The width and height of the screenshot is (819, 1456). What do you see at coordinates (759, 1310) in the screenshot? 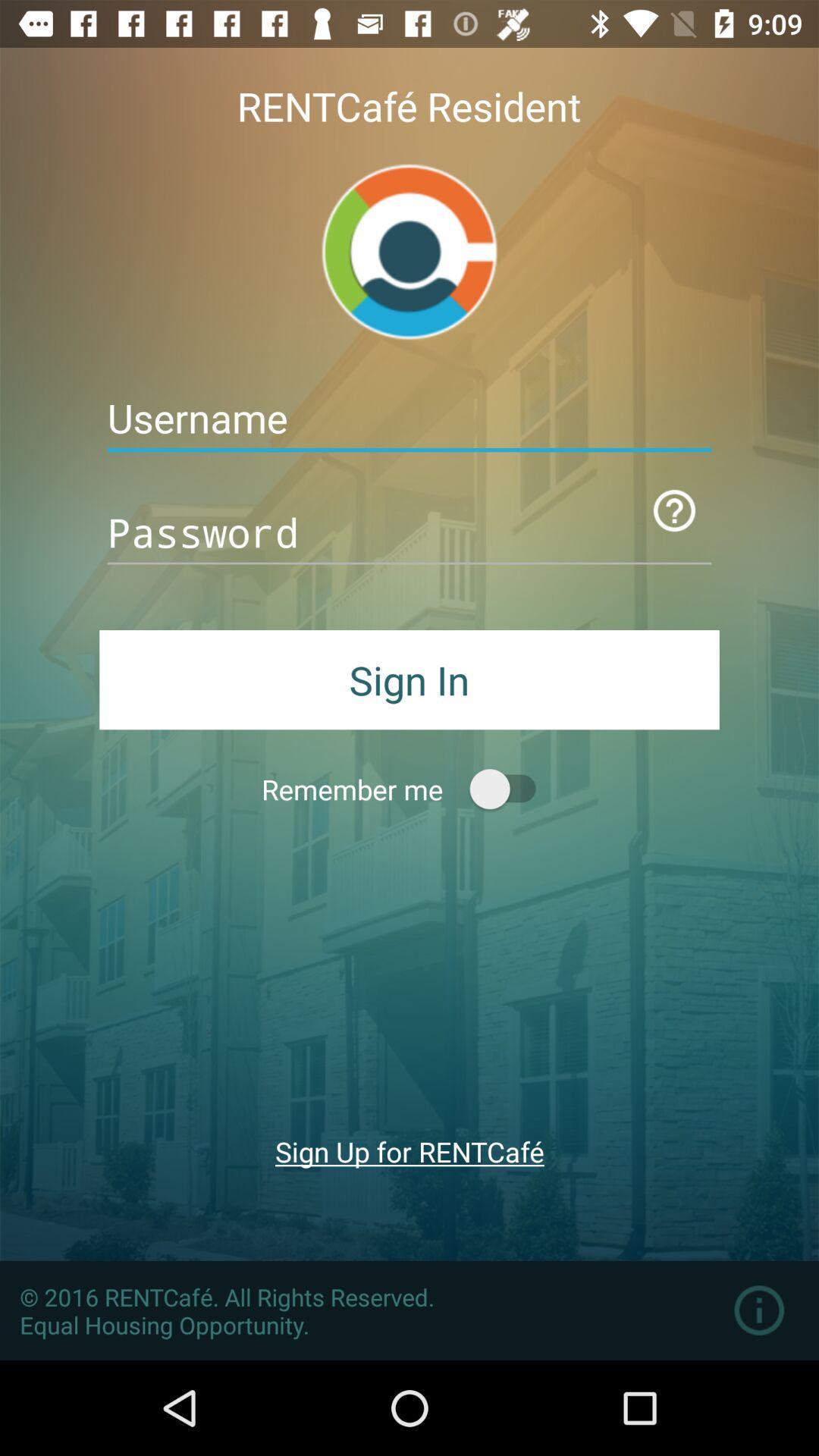
I see `show info` at bounding box center [759, 1310].